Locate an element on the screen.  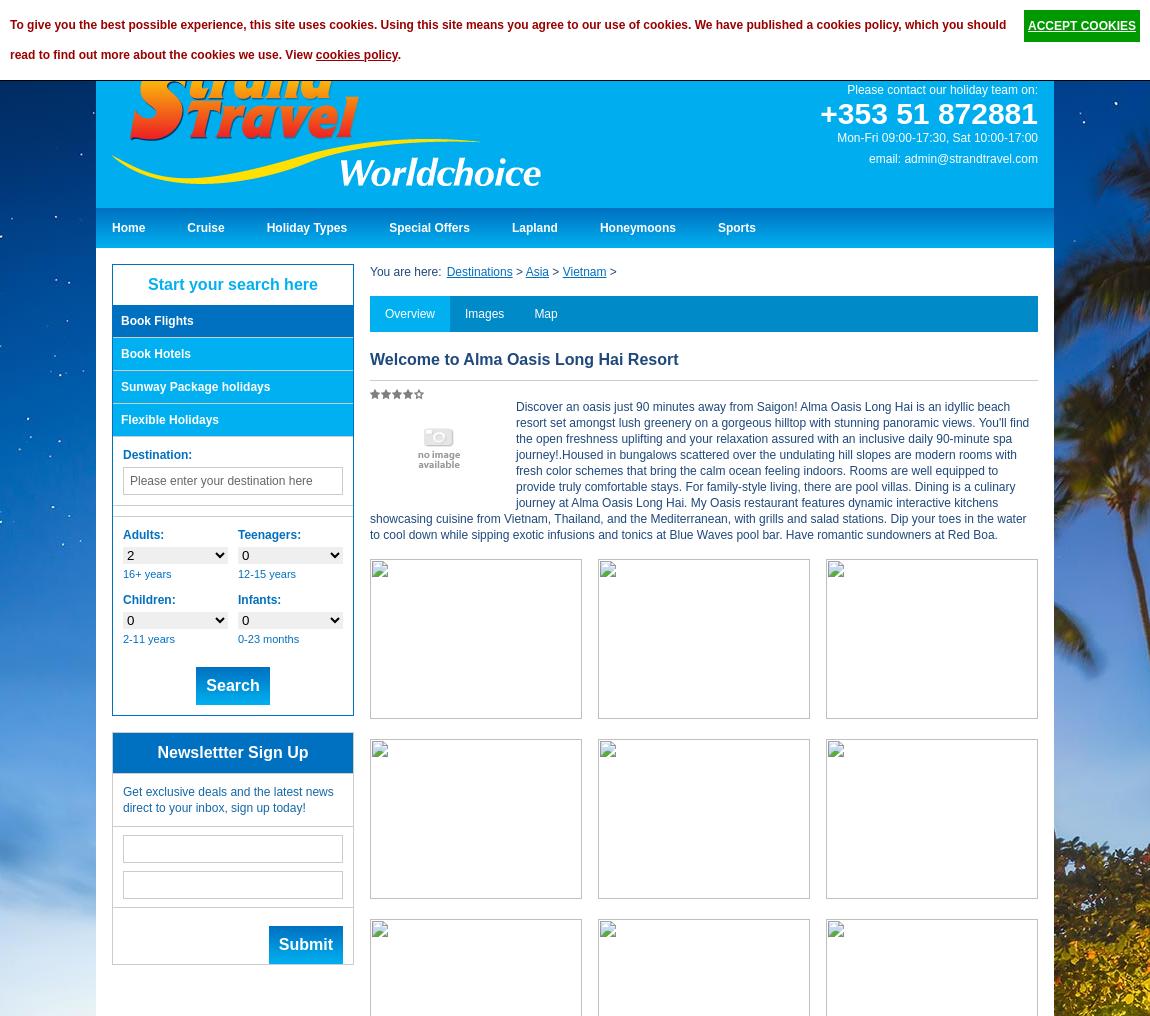
'Sunway Package holidays' is located at coordinates (194, 385).